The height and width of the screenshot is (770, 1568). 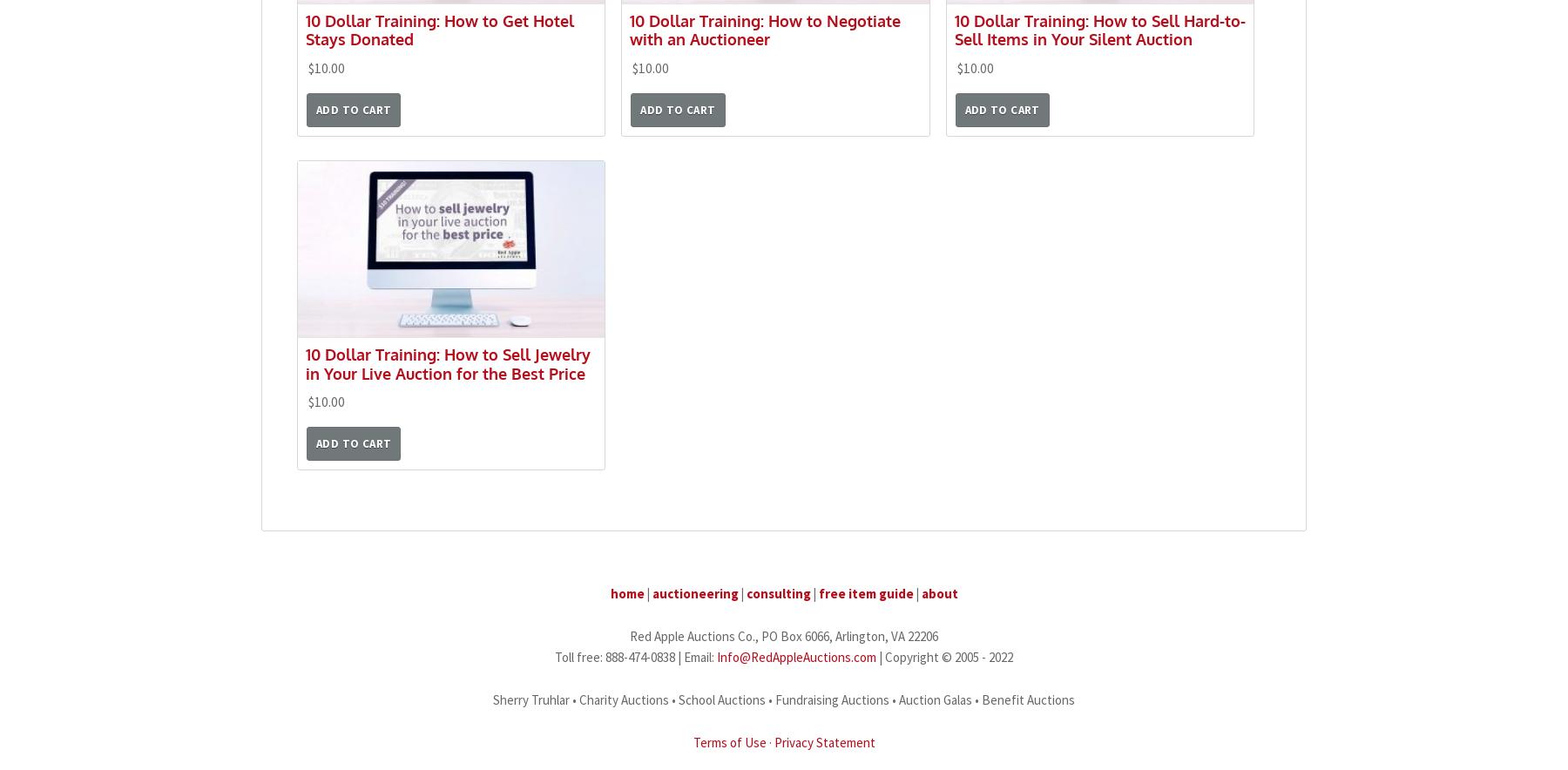 What do you see at coordinates (939, 592) in the screenshot?
I see `'about'` at bounding box center [939, 592].